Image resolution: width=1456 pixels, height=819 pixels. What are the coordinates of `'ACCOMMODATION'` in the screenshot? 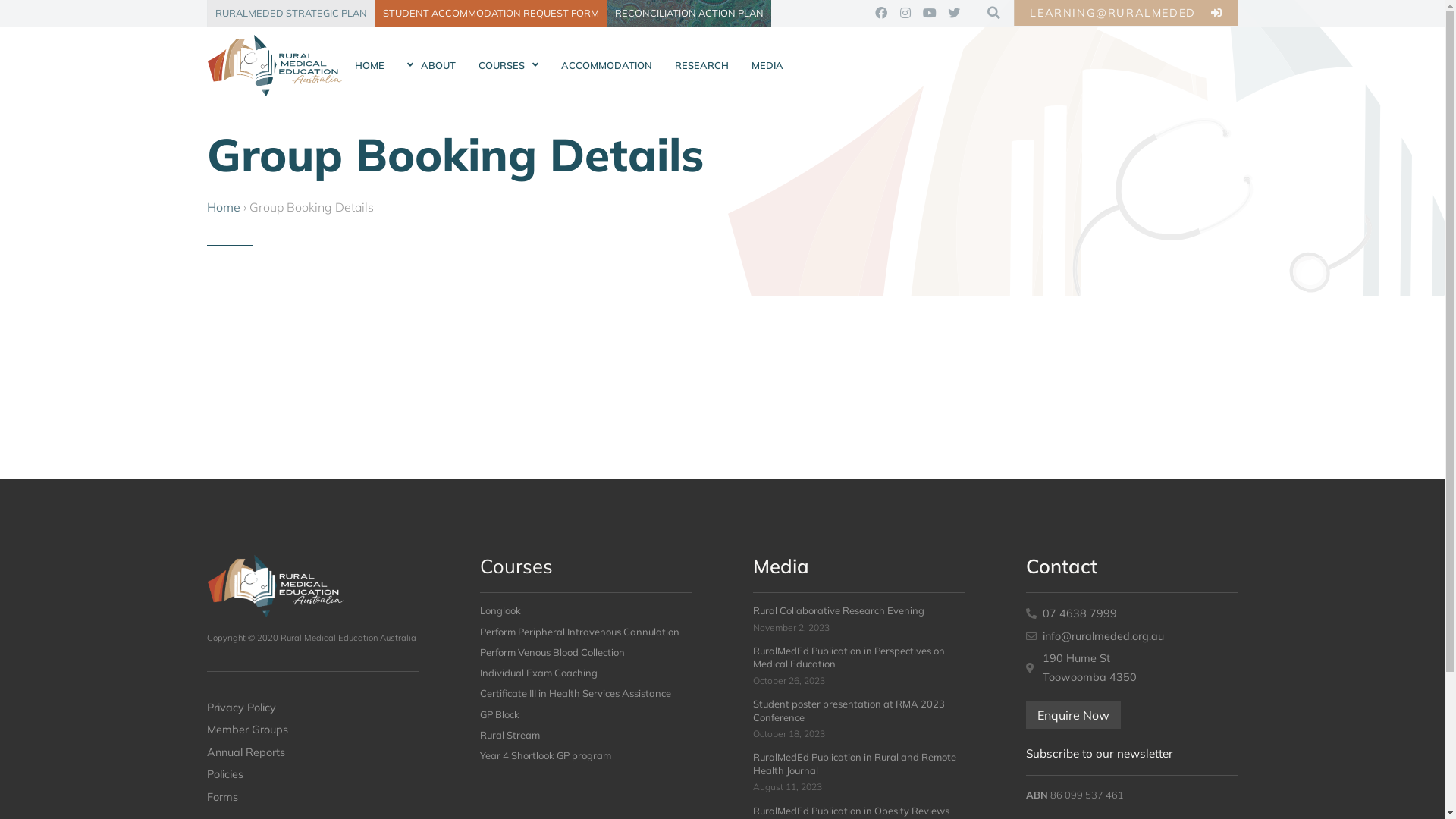 It's located at (604, 65).